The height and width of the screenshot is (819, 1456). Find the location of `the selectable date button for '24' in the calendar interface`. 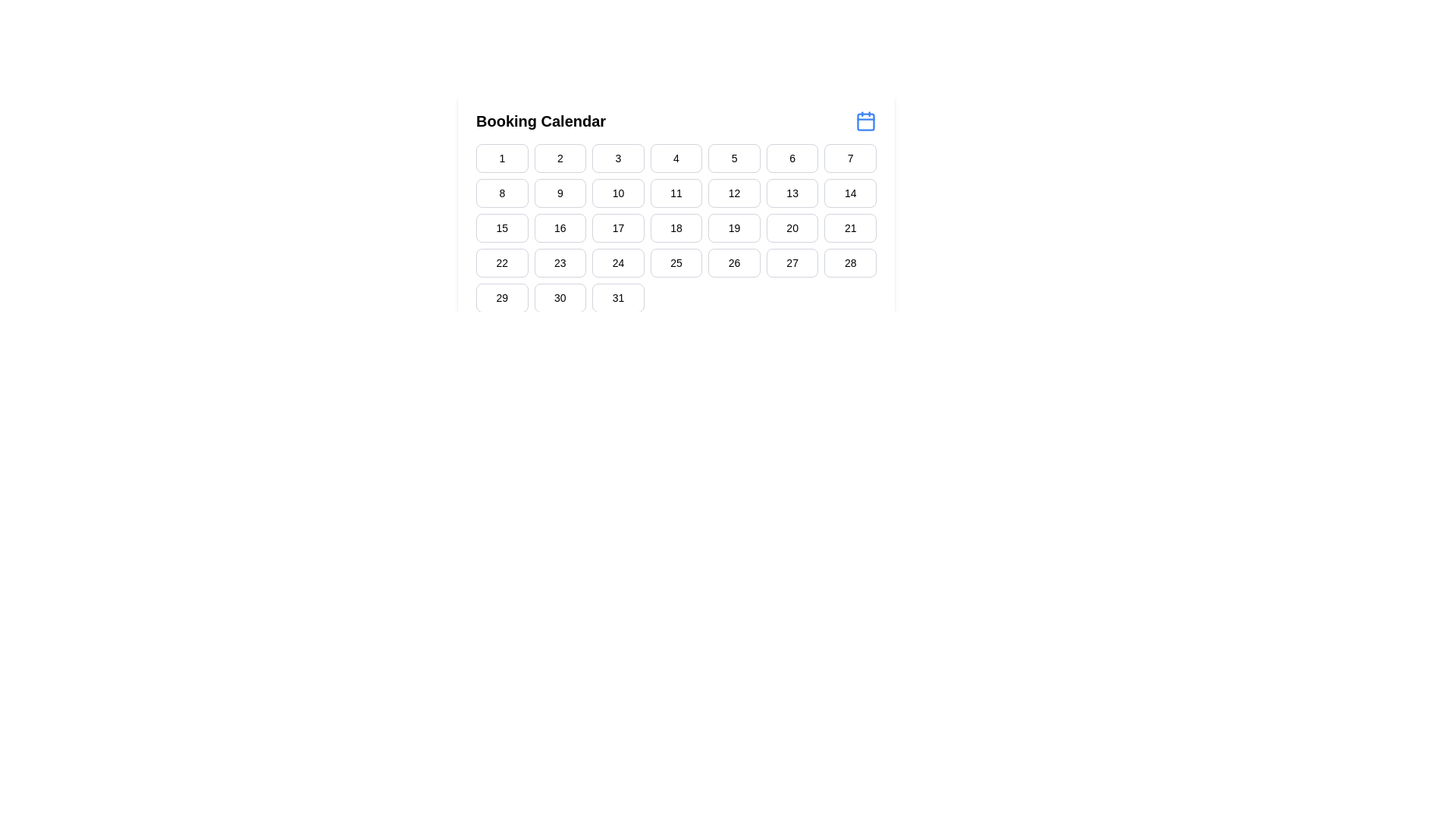

the selectable date button for '24' in the calendar interface is located at coordinates (618, 262).